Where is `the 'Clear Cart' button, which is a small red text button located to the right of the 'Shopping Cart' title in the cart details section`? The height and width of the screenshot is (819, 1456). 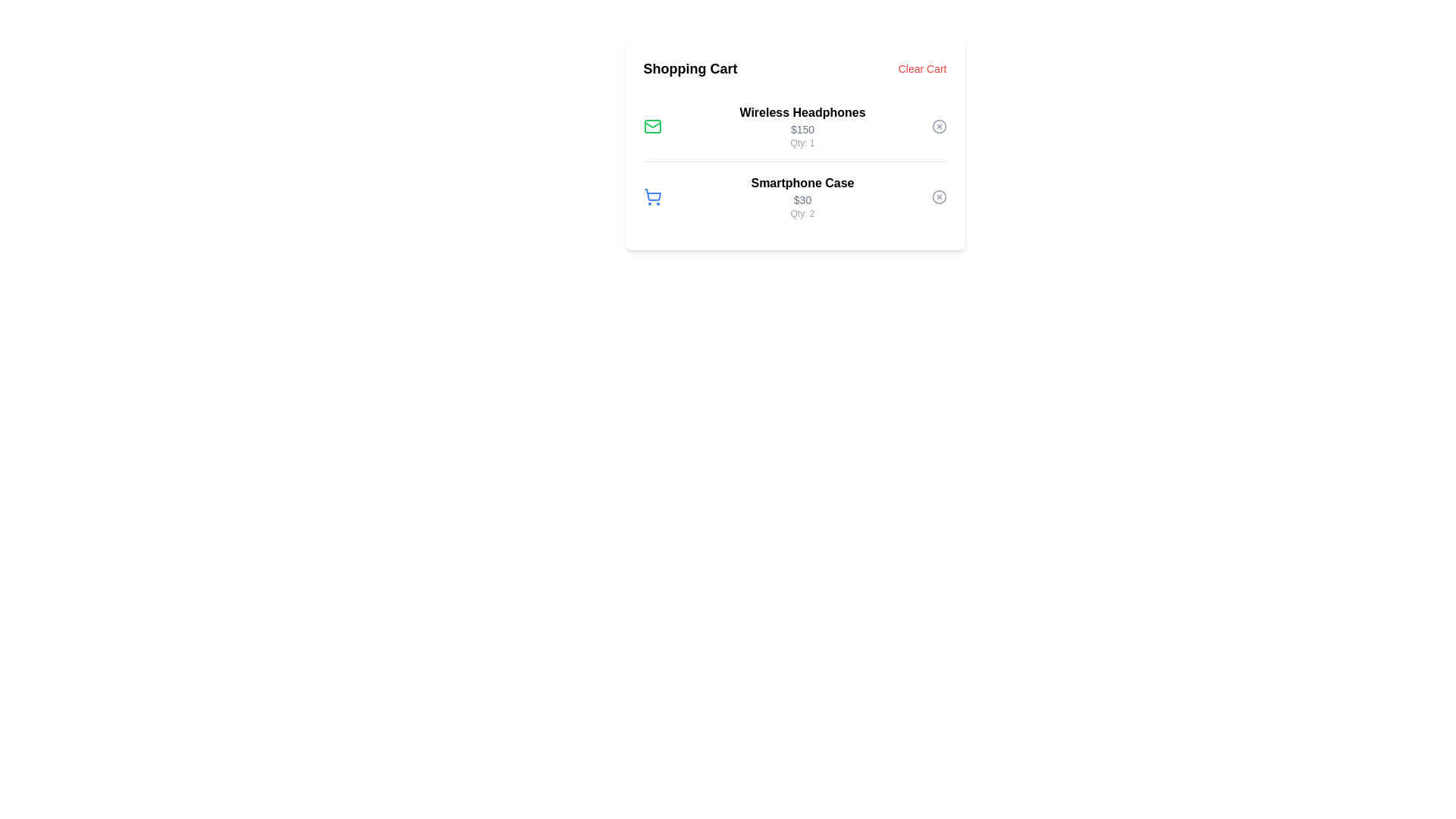 the 'Clear Cart' button, which is a small red text button located to the right of the 'Shopping Cart' title in the cart details section is located at coordinates (921, 69).